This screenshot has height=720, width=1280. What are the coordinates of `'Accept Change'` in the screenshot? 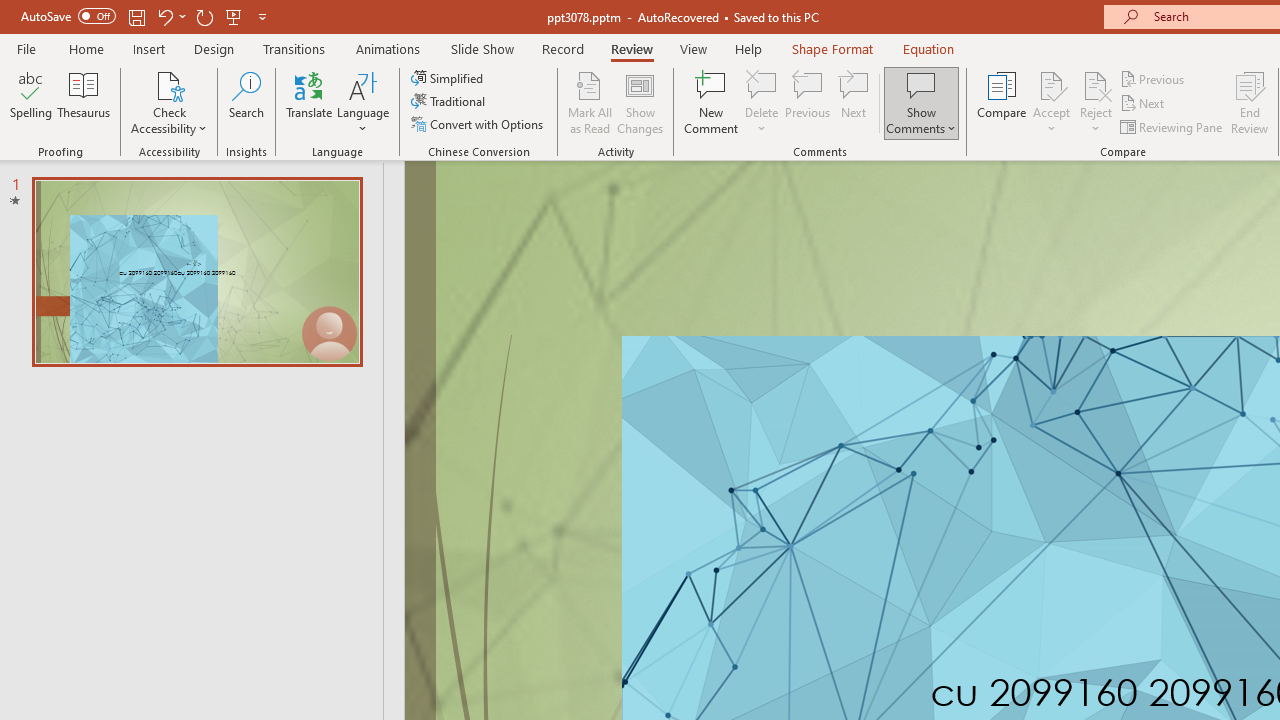 It's located at (1050, 84).